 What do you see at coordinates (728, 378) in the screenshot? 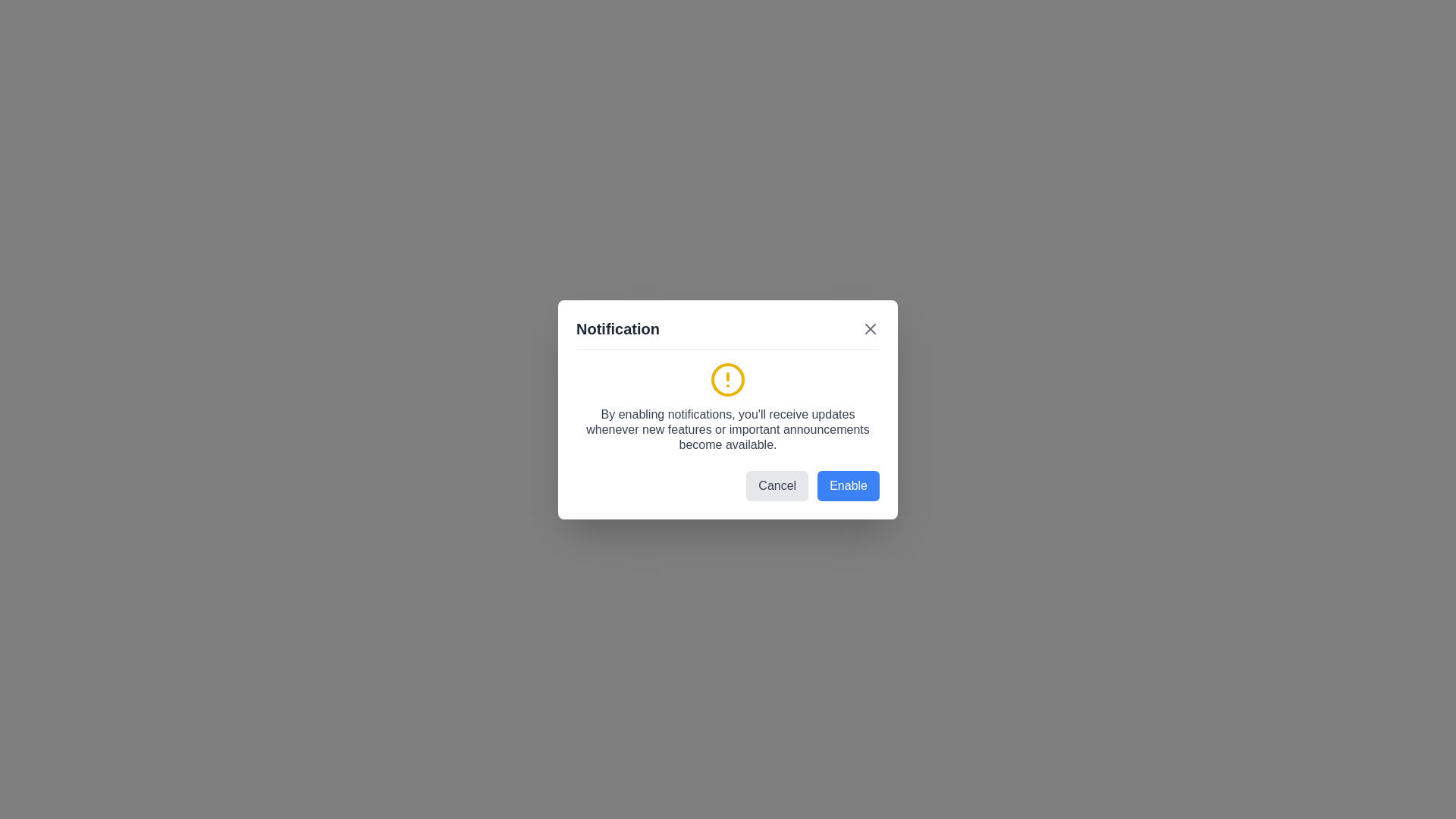
I see `the notification icon to emphasize it` at bounding box center [728, 378].